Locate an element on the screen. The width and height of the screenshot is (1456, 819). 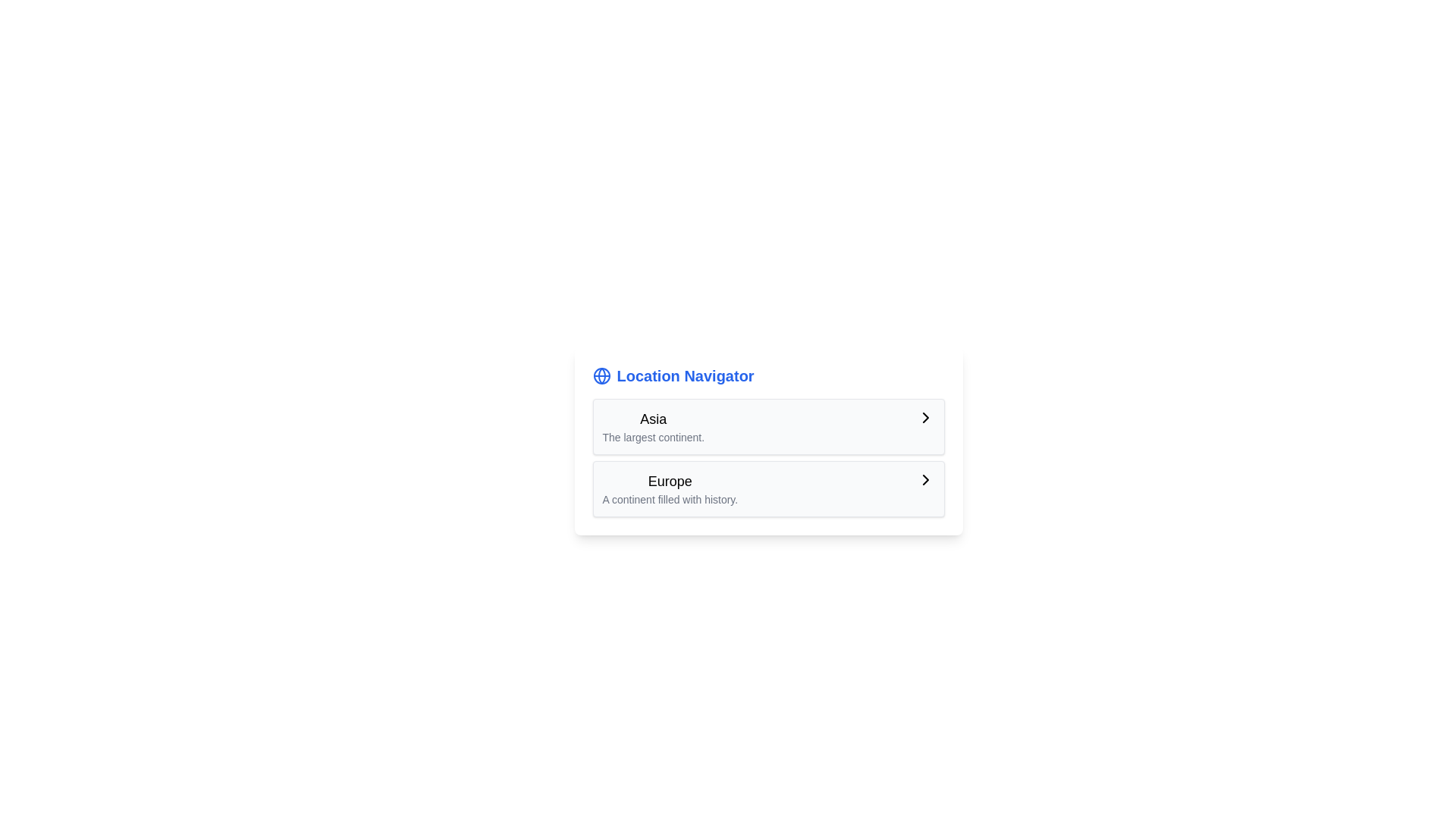
the list item titled 'Asia' which has a bold title and a subtitle is located at coordinates (653, 427).